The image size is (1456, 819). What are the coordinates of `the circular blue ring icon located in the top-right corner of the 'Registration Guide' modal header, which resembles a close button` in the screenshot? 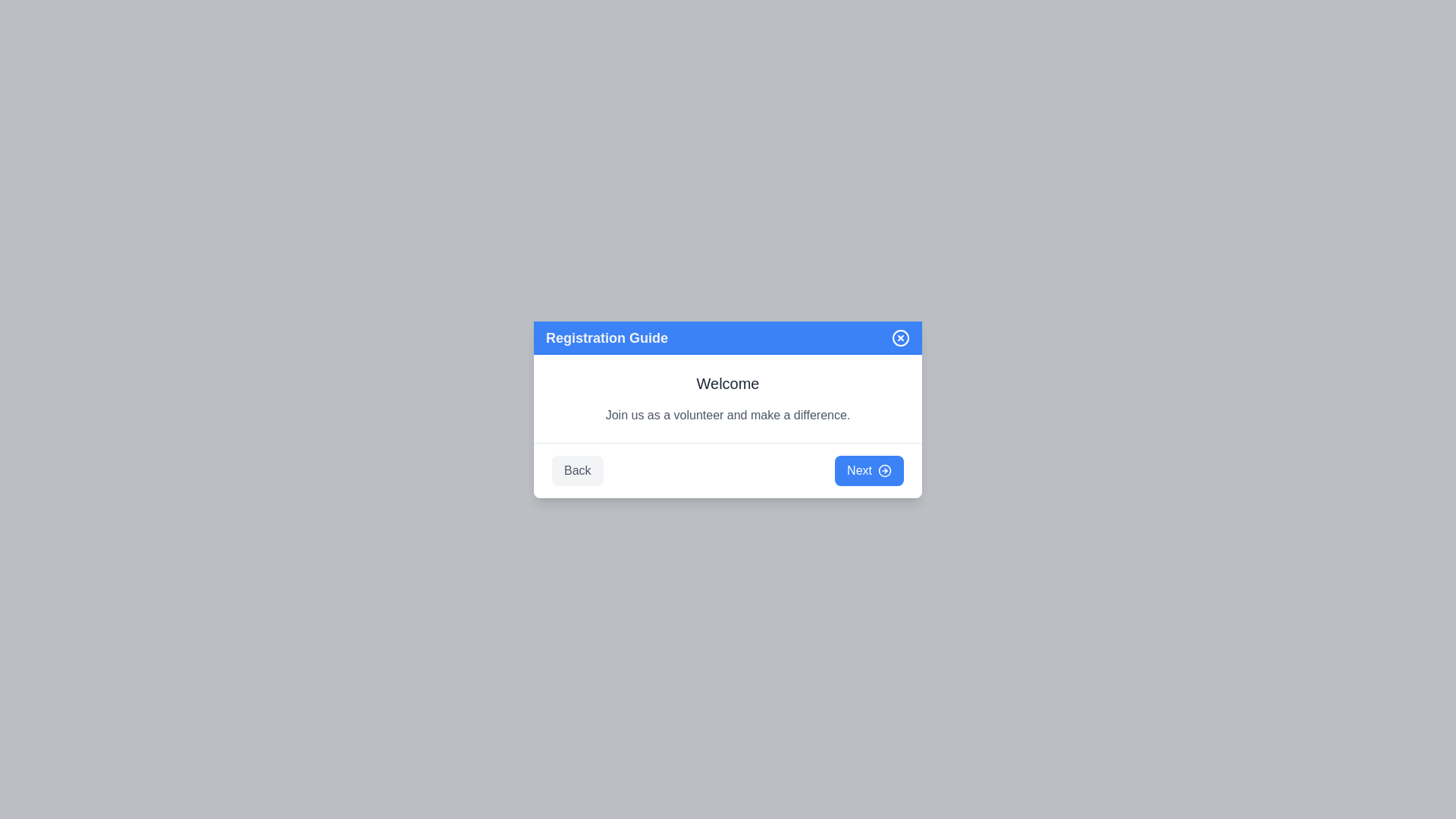 It's located at (901, 337).